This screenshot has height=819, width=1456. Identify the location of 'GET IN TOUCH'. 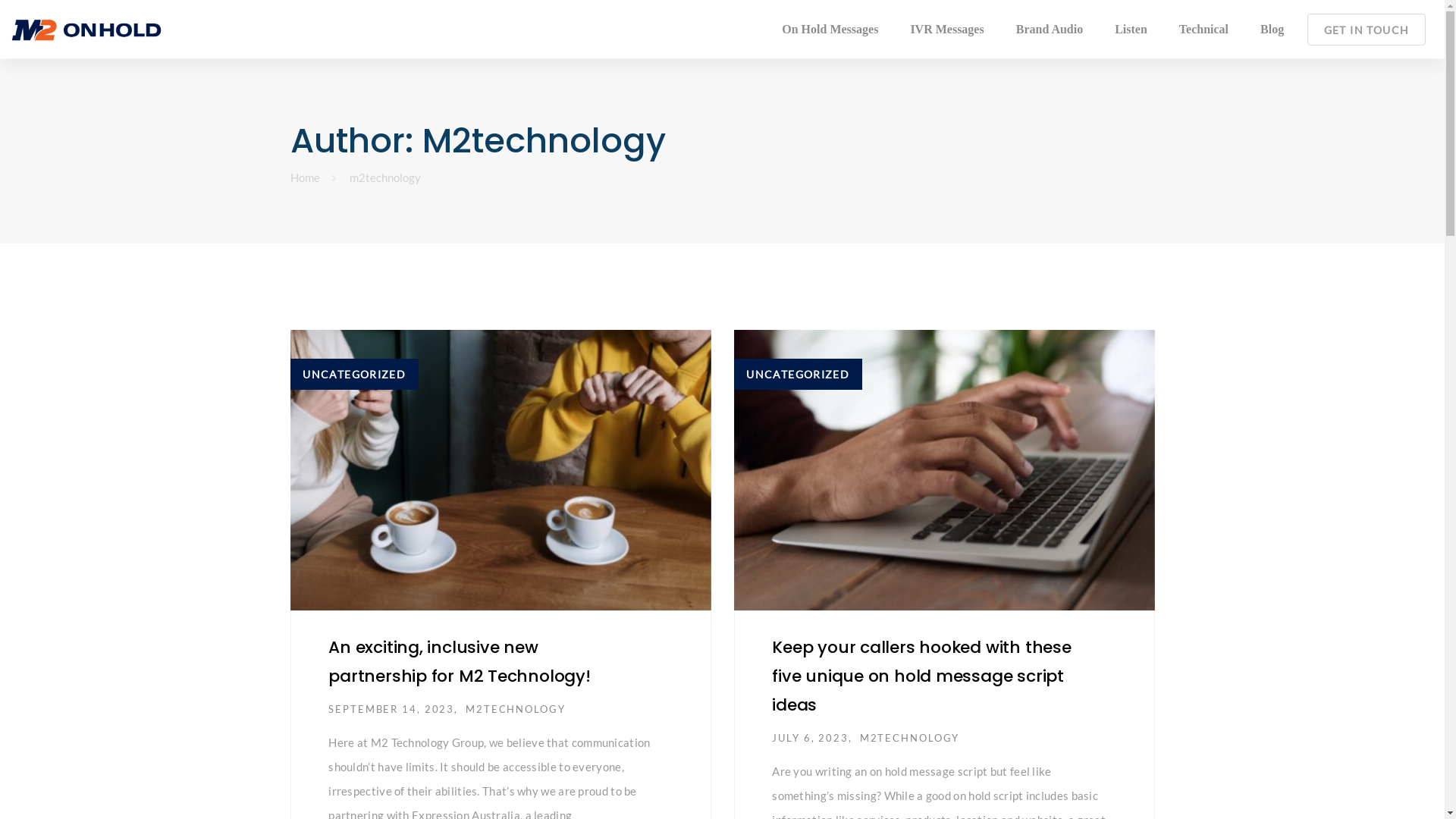
(1366, 29).